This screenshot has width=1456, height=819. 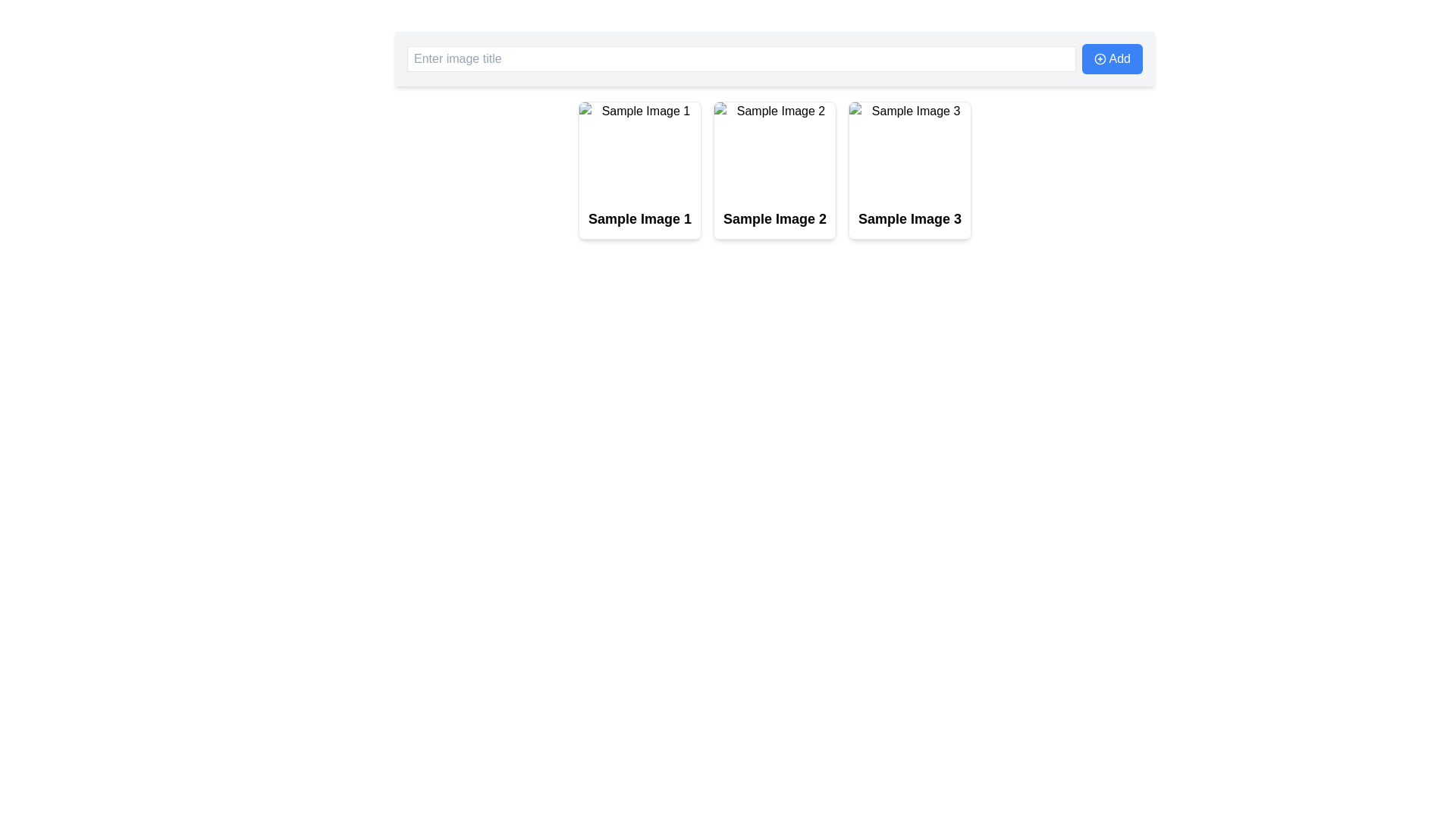 What do you see at coordinates (639, 219) in the screenshot?
I see `text label 'Sample Image 1' which is displayed in bold font below the image thumbnail in the first card layout` at bounding box center [639, 219].